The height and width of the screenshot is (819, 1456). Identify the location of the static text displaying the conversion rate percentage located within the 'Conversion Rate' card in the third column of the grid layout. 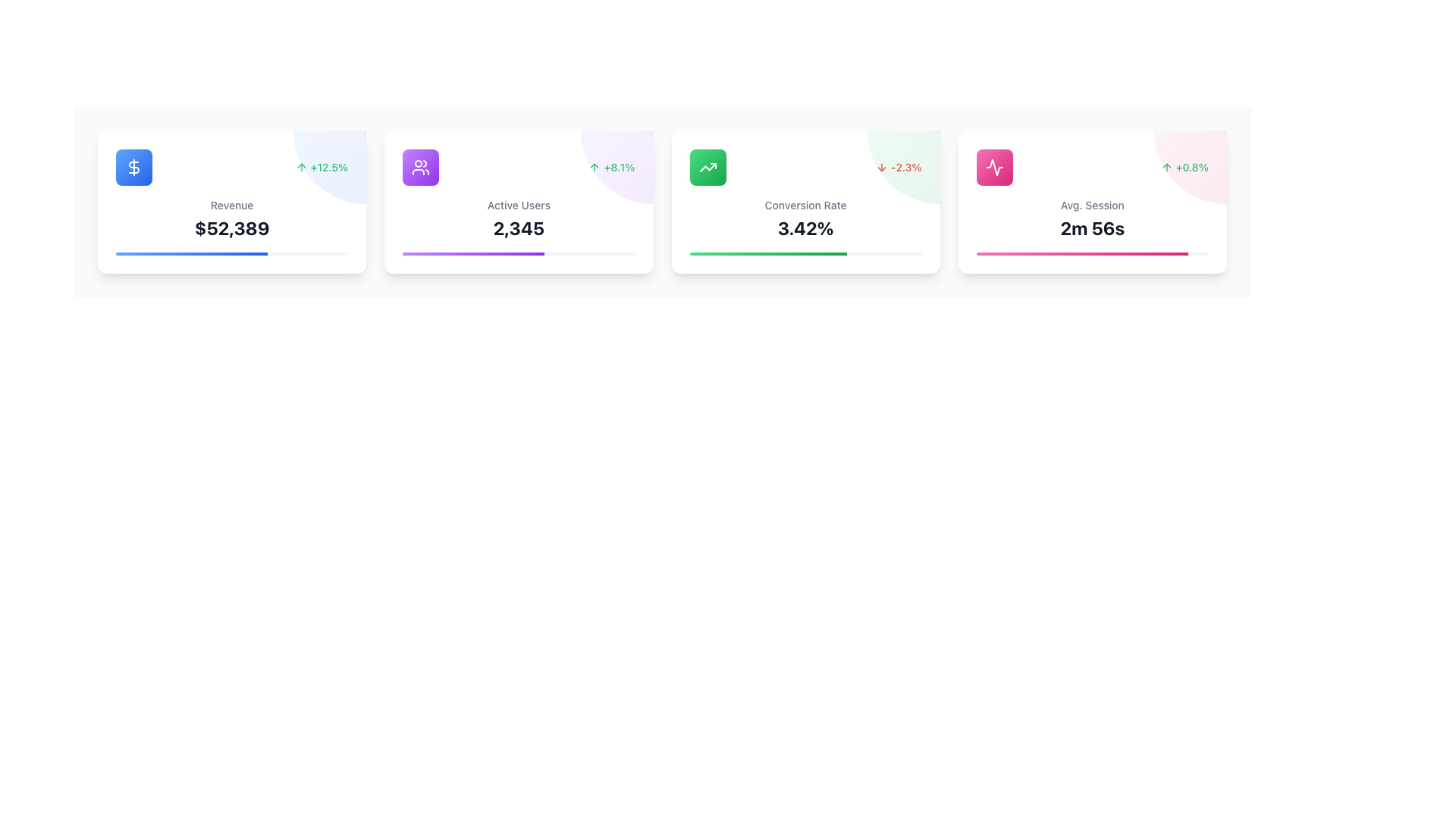
(805, 227).